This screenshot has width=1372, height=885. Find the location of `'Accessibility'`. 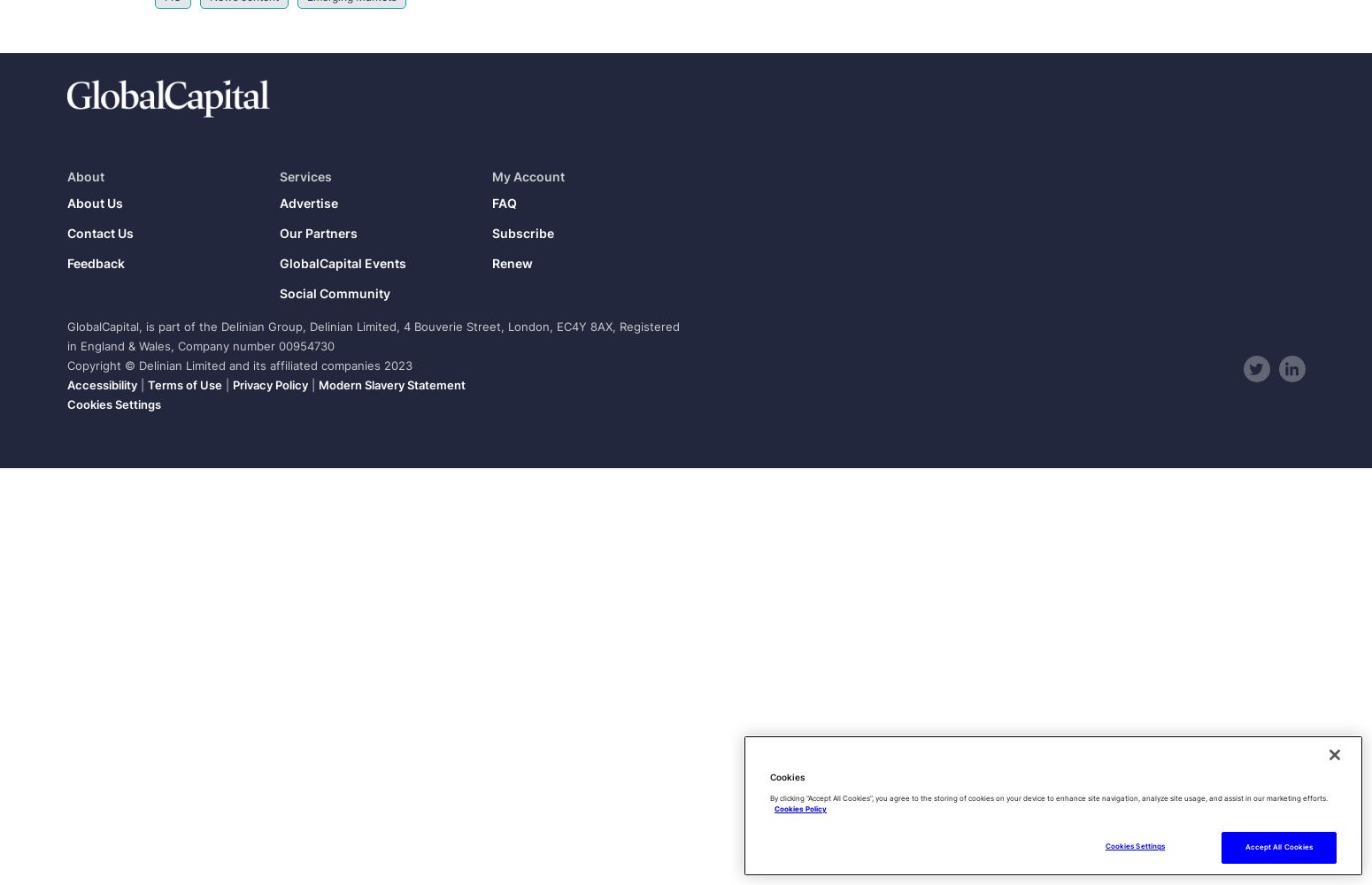

'Accessibility' is located at coordinates (101, 385).